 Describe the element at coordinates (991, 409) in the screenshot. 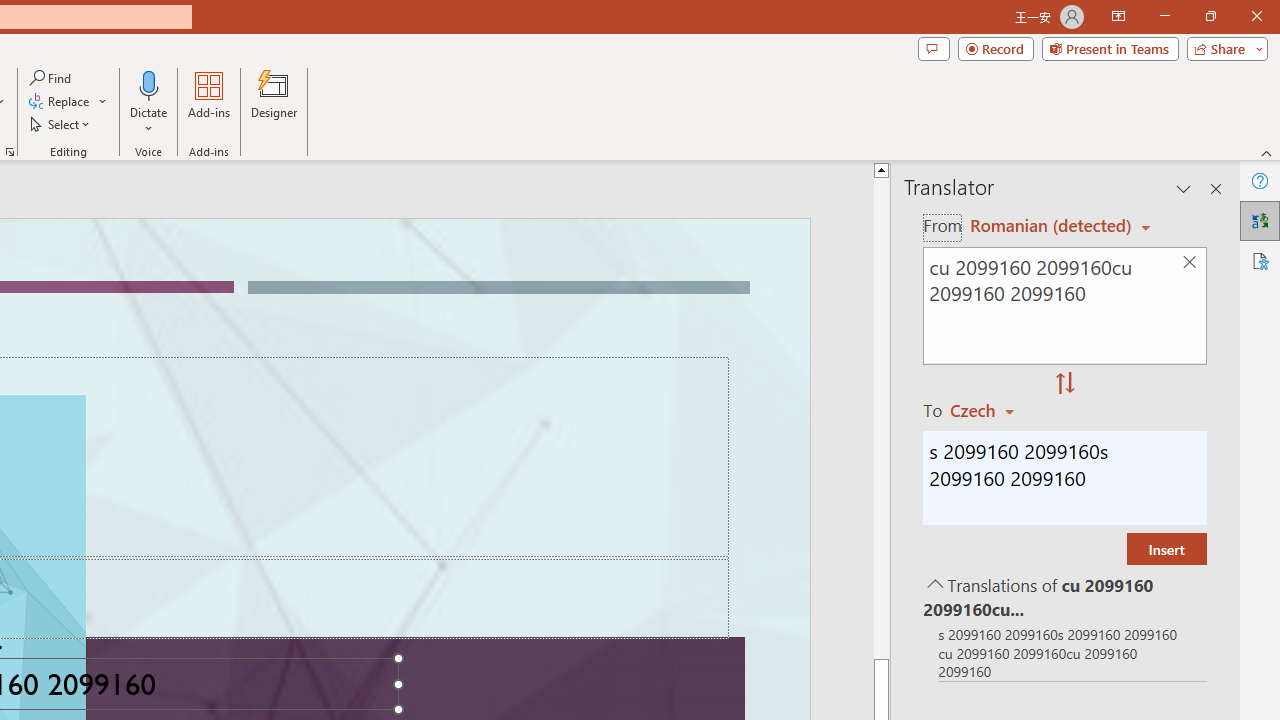

I see `'Czech'` at that location.